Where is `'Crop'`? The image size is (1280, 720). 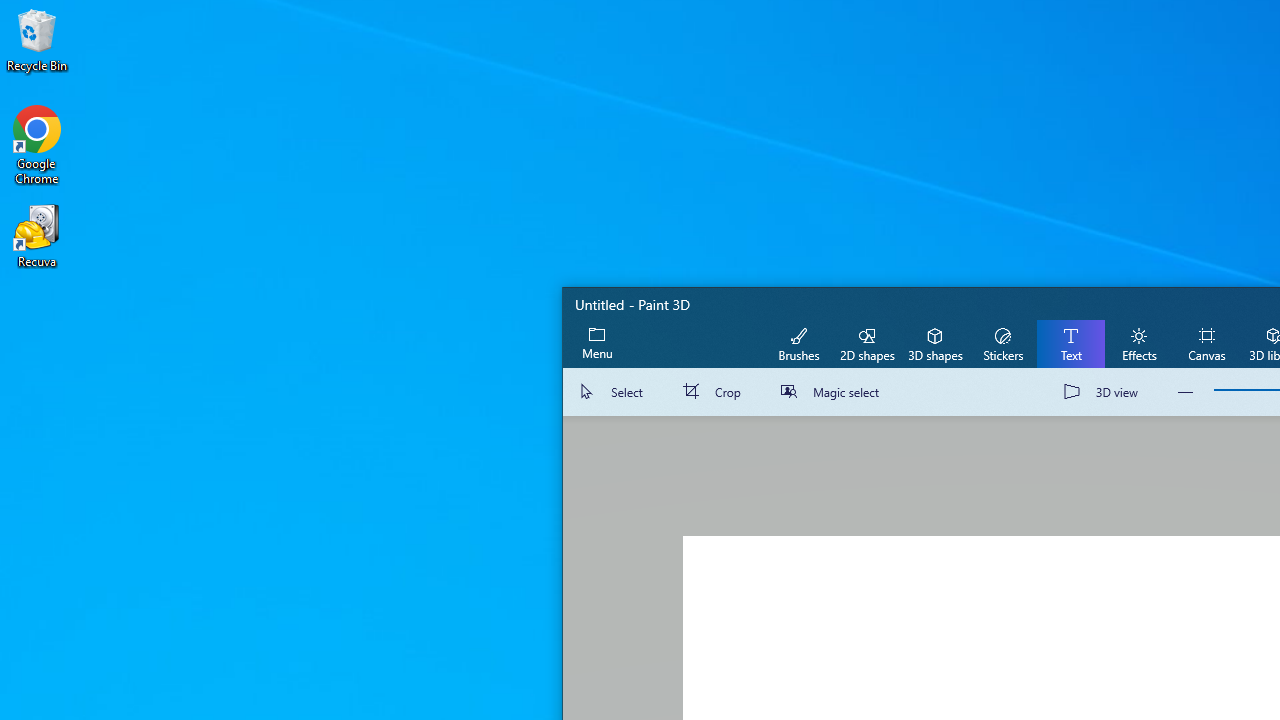 'Crop' is located at coordinates (716, 392).